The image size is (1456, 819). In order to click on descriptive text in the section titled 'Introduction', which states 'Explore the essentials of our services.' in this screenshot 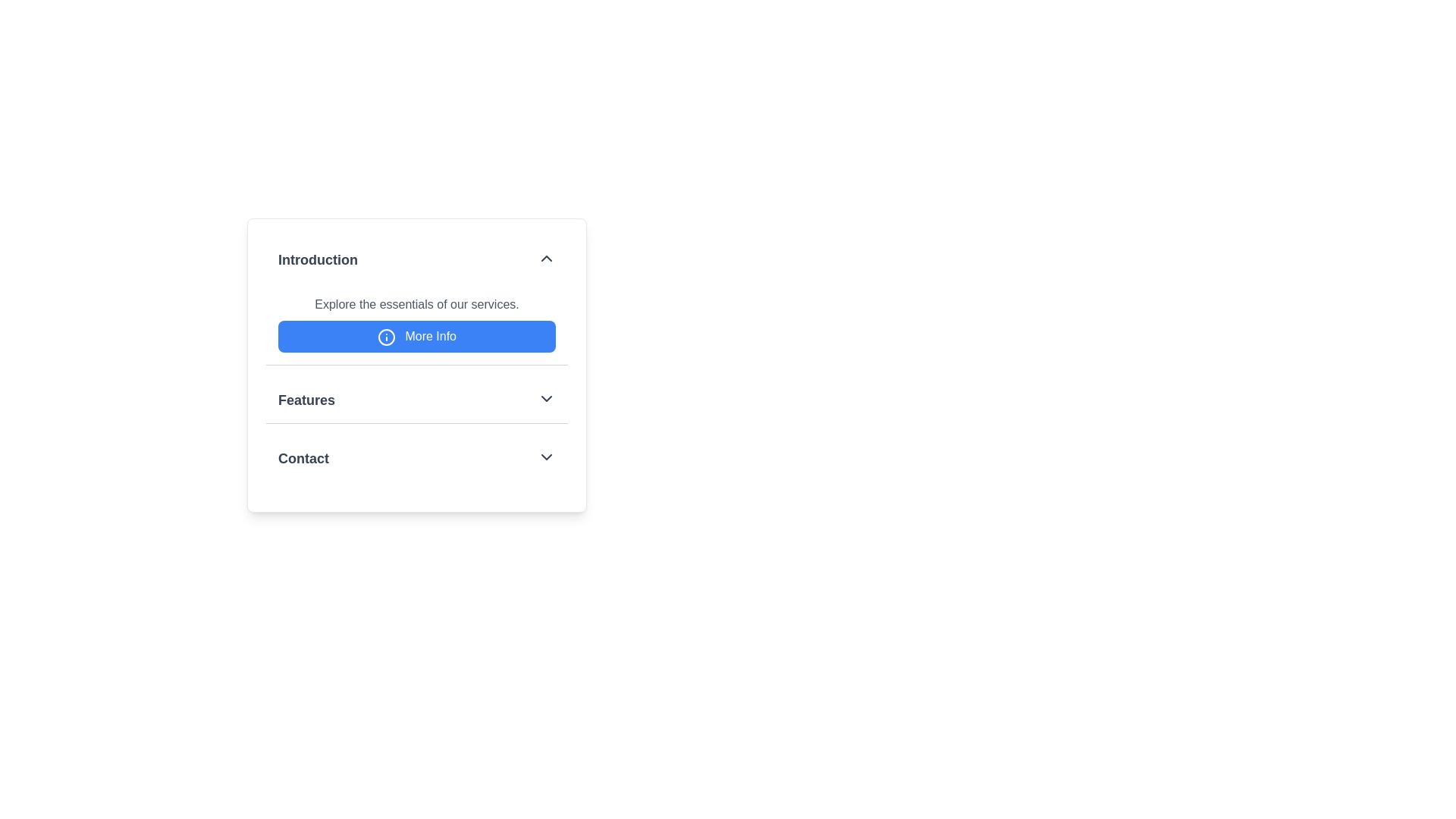, I will do `click(417, 301)`.